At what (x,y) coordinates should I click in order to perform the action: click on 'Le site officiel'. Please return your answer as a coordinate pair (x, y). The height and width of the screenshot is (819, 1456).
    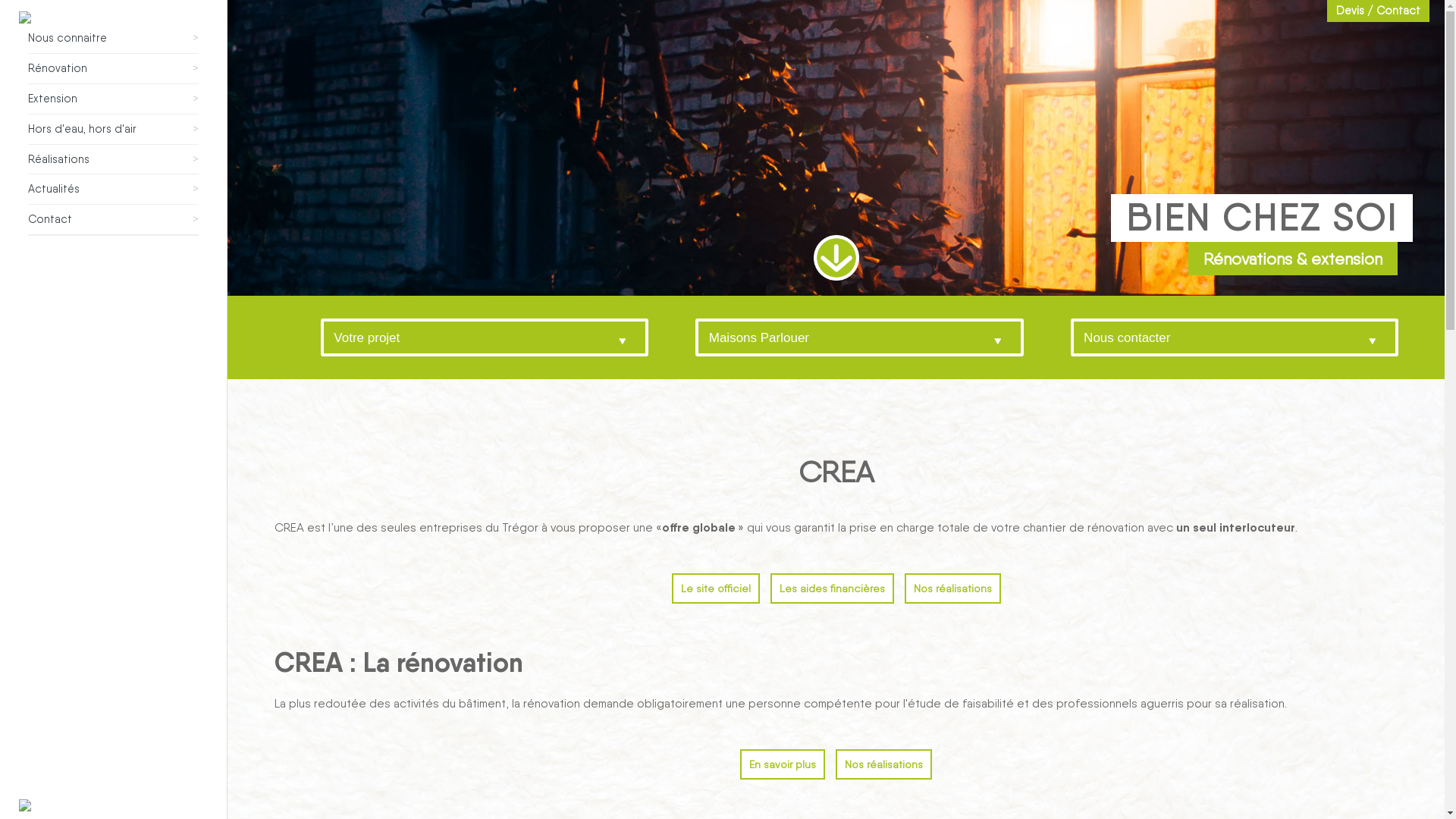
    Looking at the image, I should click on (715, 587).